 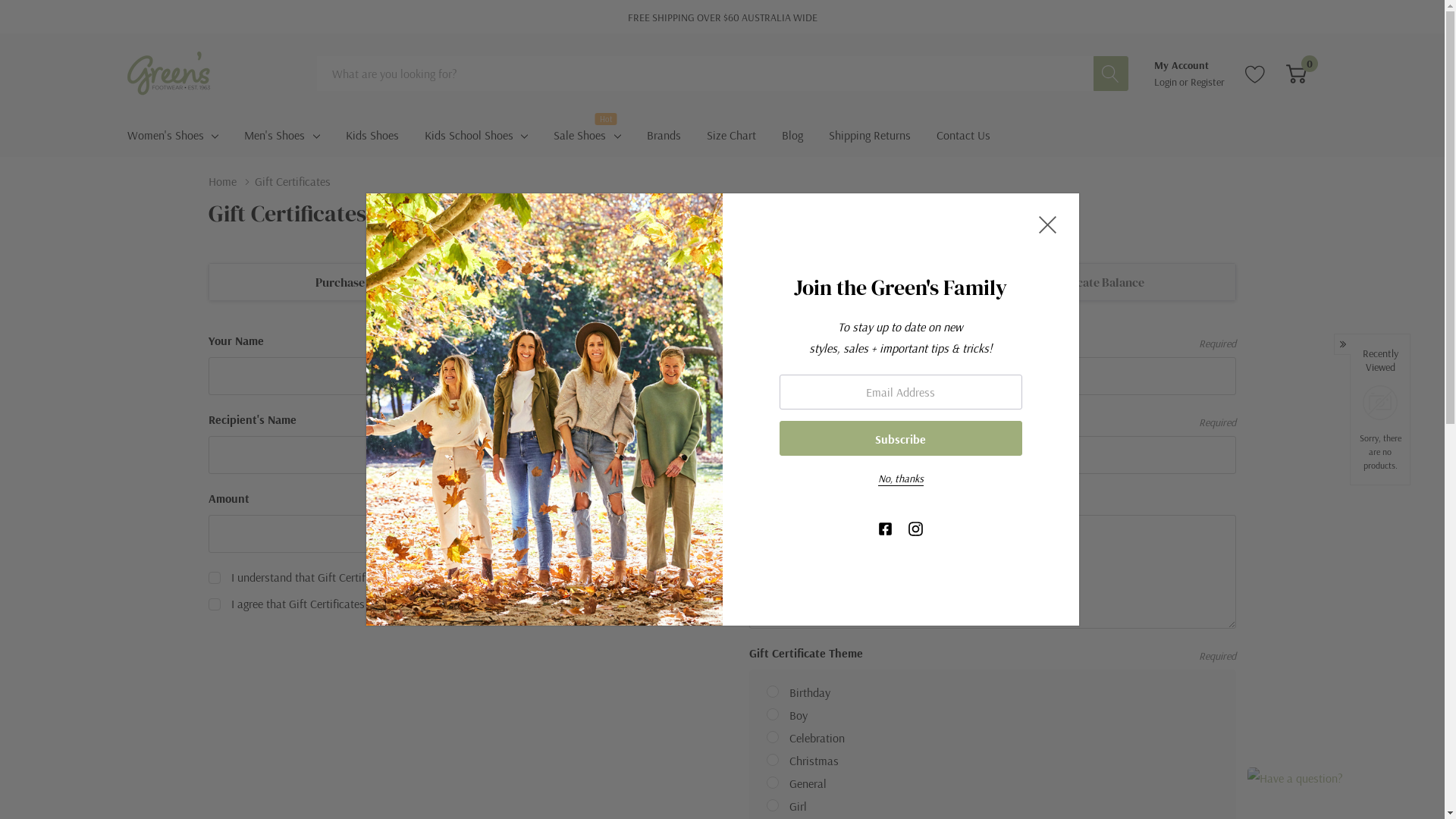 I want to click on 'Shipping Returns', so click(x=870, y=133).